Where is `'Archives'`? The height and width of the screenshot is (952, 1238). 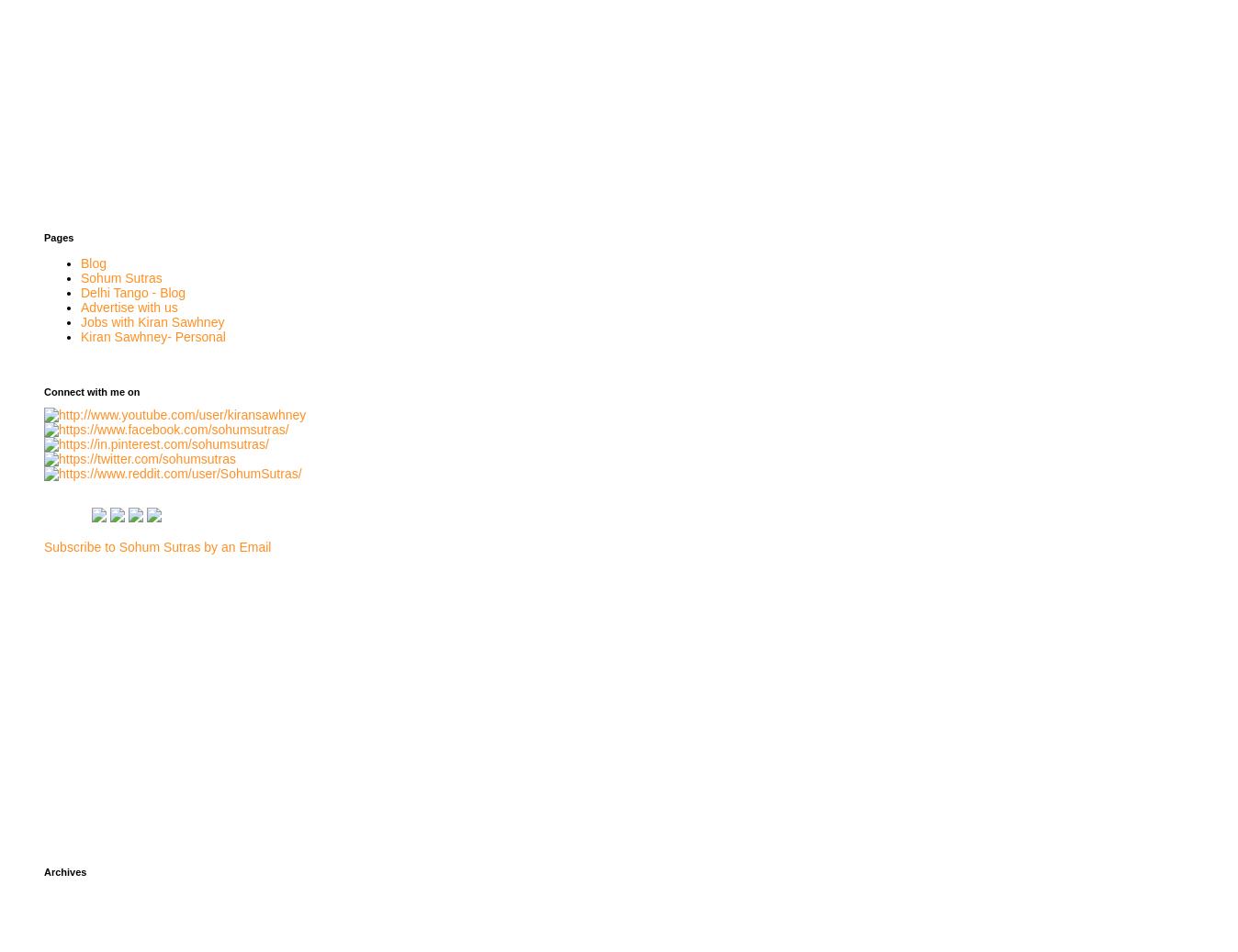 'Archives' is located at coordinates (64, 870).